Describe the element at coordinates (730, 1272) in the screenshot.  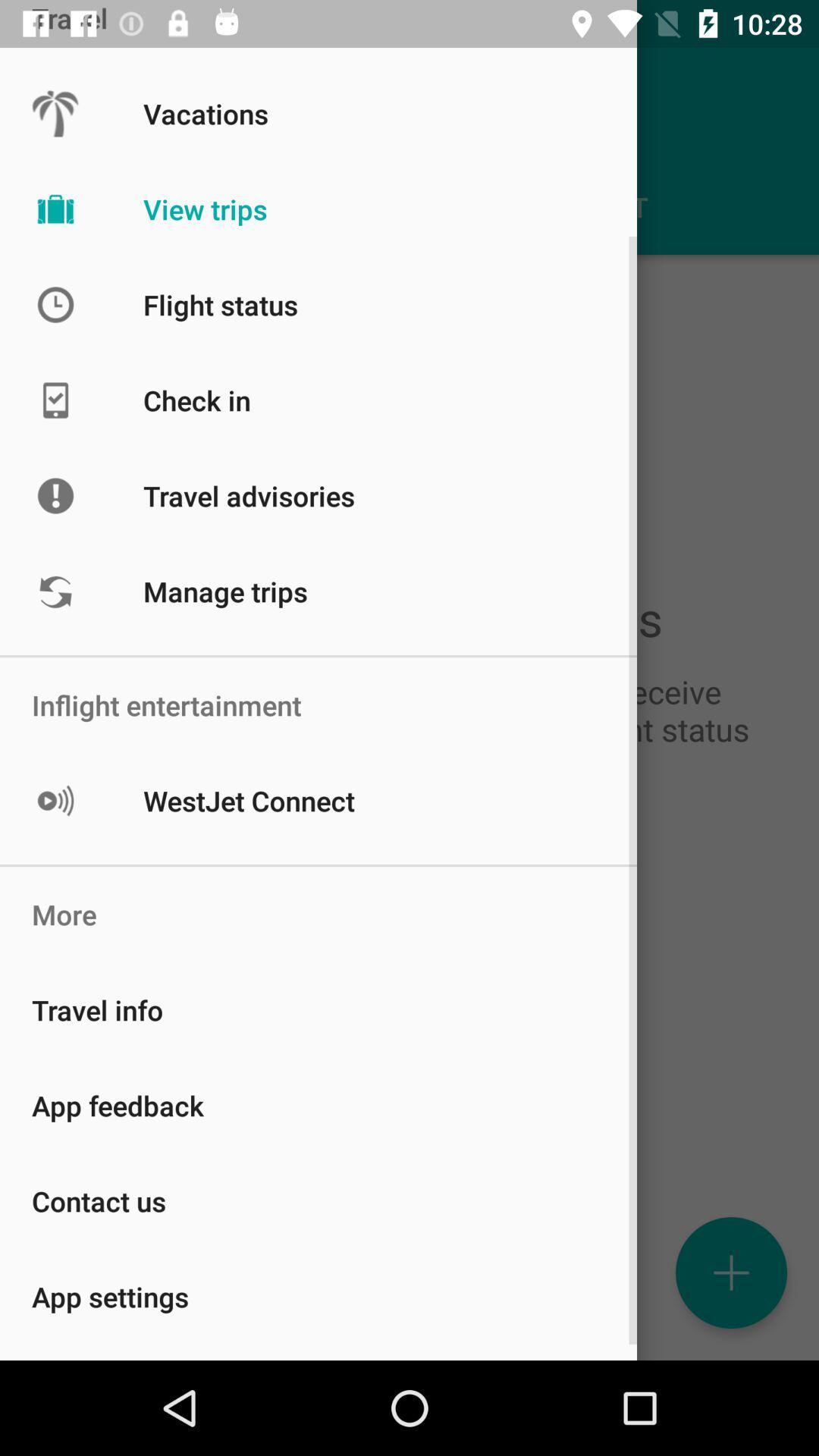
I see `the add icon` at that location.